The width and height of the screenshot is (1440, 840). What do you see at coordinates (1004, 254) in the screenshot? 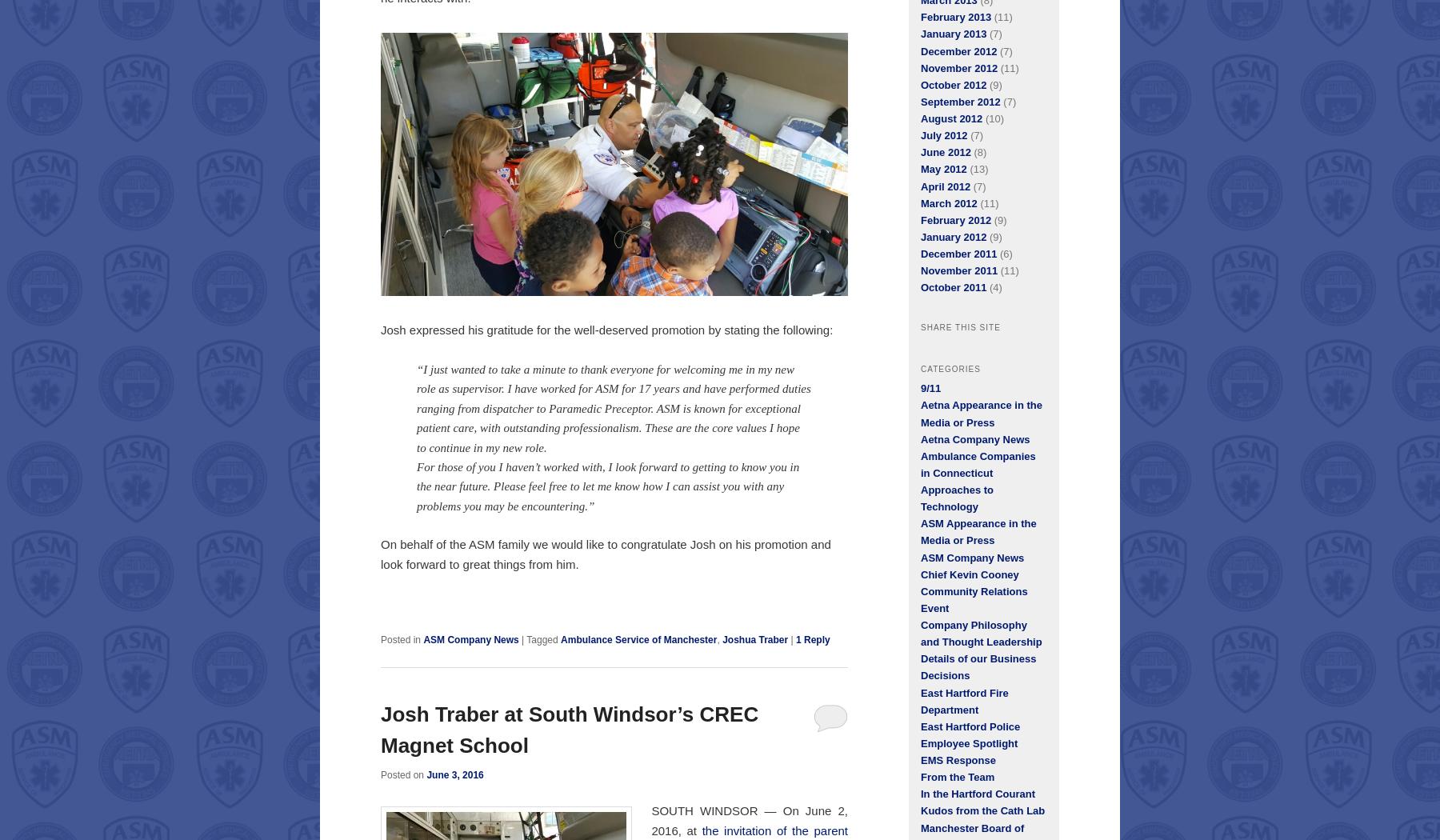
I see `'(6)'` at bounding box center [1004, 254].